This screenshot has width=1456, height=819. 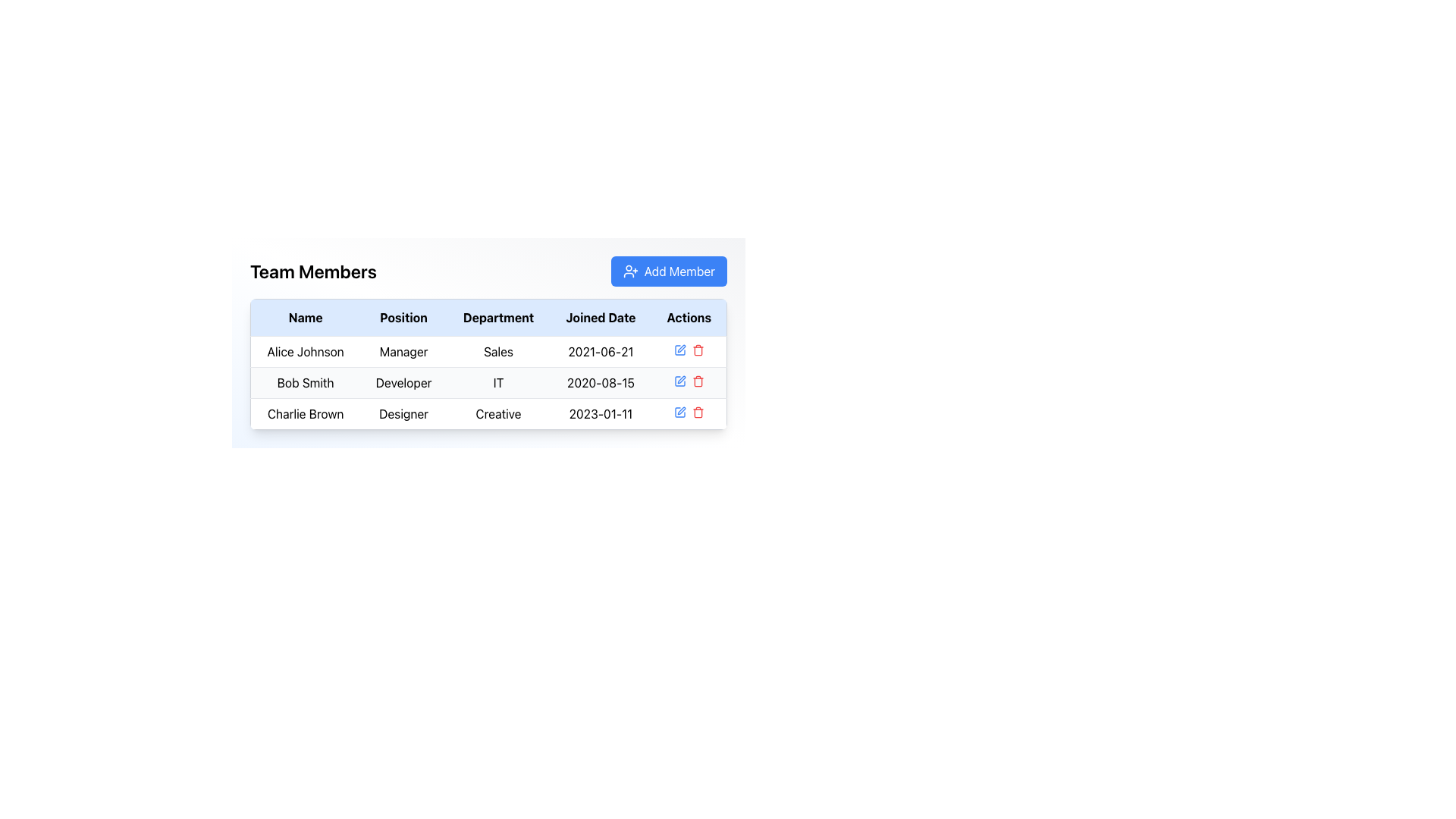 What do you see at coordinates (600, 414) in the screenshot?
I see `the static text displaying '2023-01-11' in the 'Joined Date' column of the table row for 'Charlie Brown'` at bounding box center [600, 414].